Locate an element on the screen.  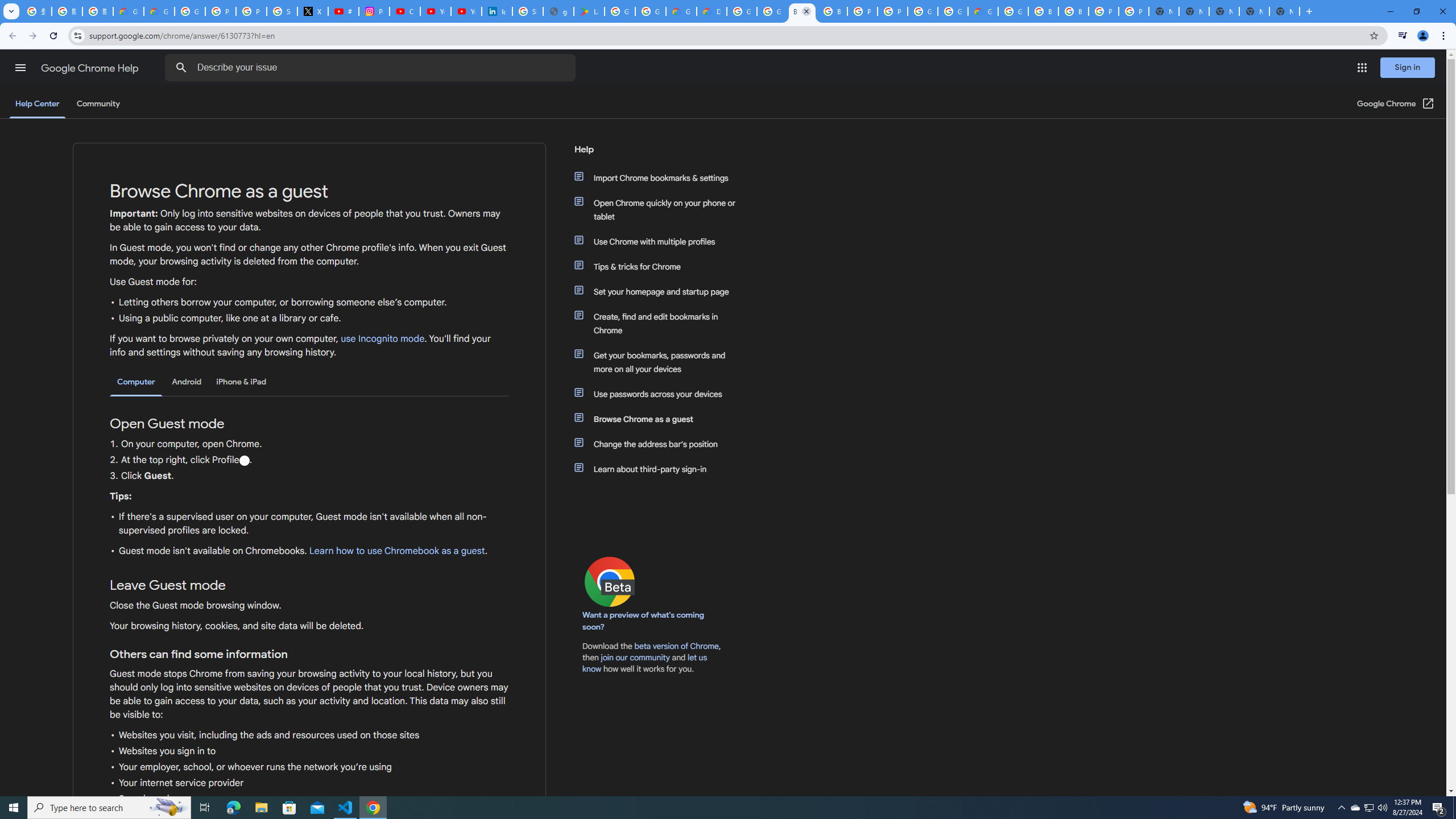
'Use passwords across your devices' is located at coordinates (661, 394).